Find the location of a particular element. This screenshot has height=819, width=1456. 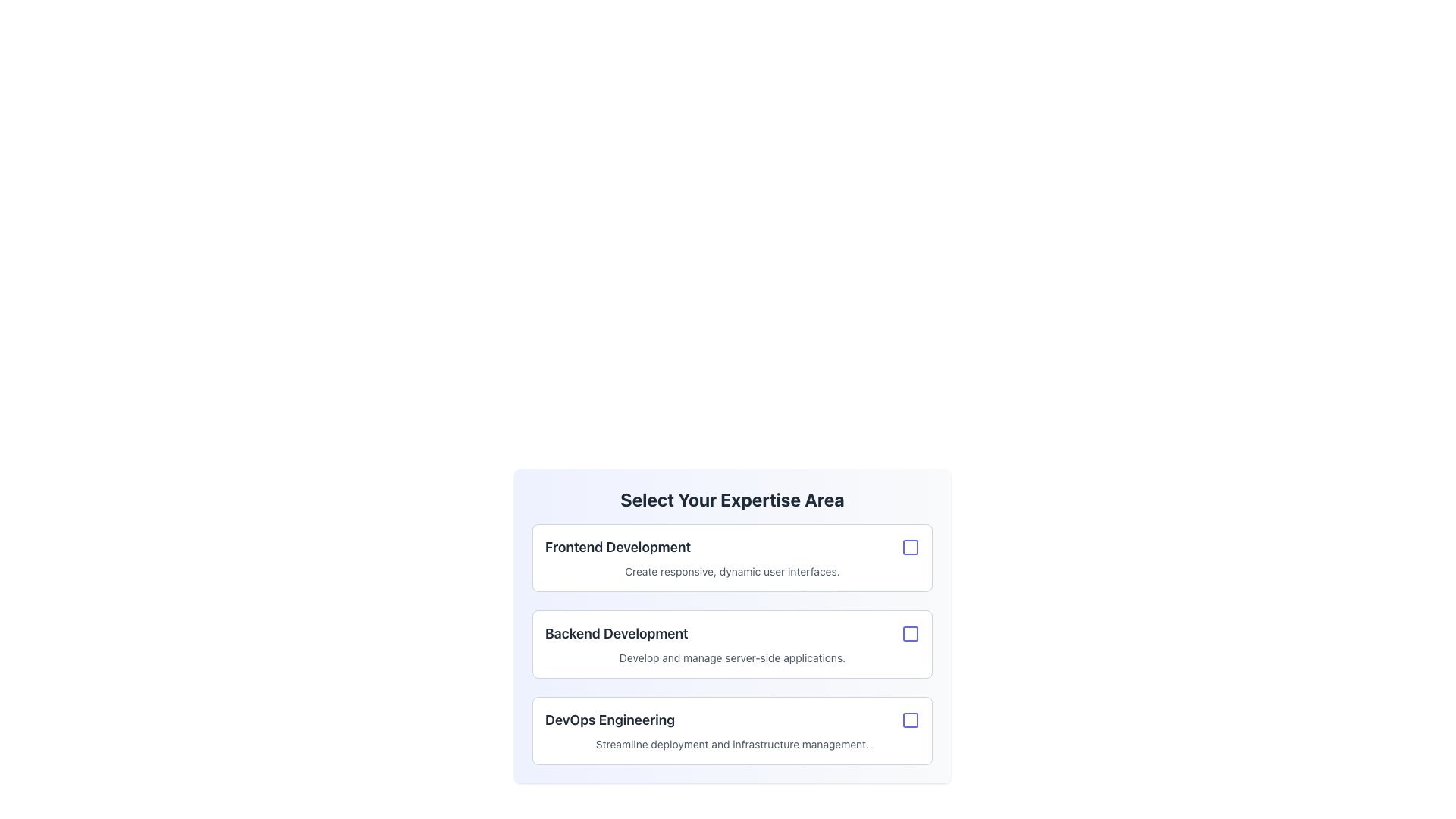

the descriptive text element providing information about the 'Backend Development' expertise area, located at the bottom of its section is located at coordinates (732, 657).